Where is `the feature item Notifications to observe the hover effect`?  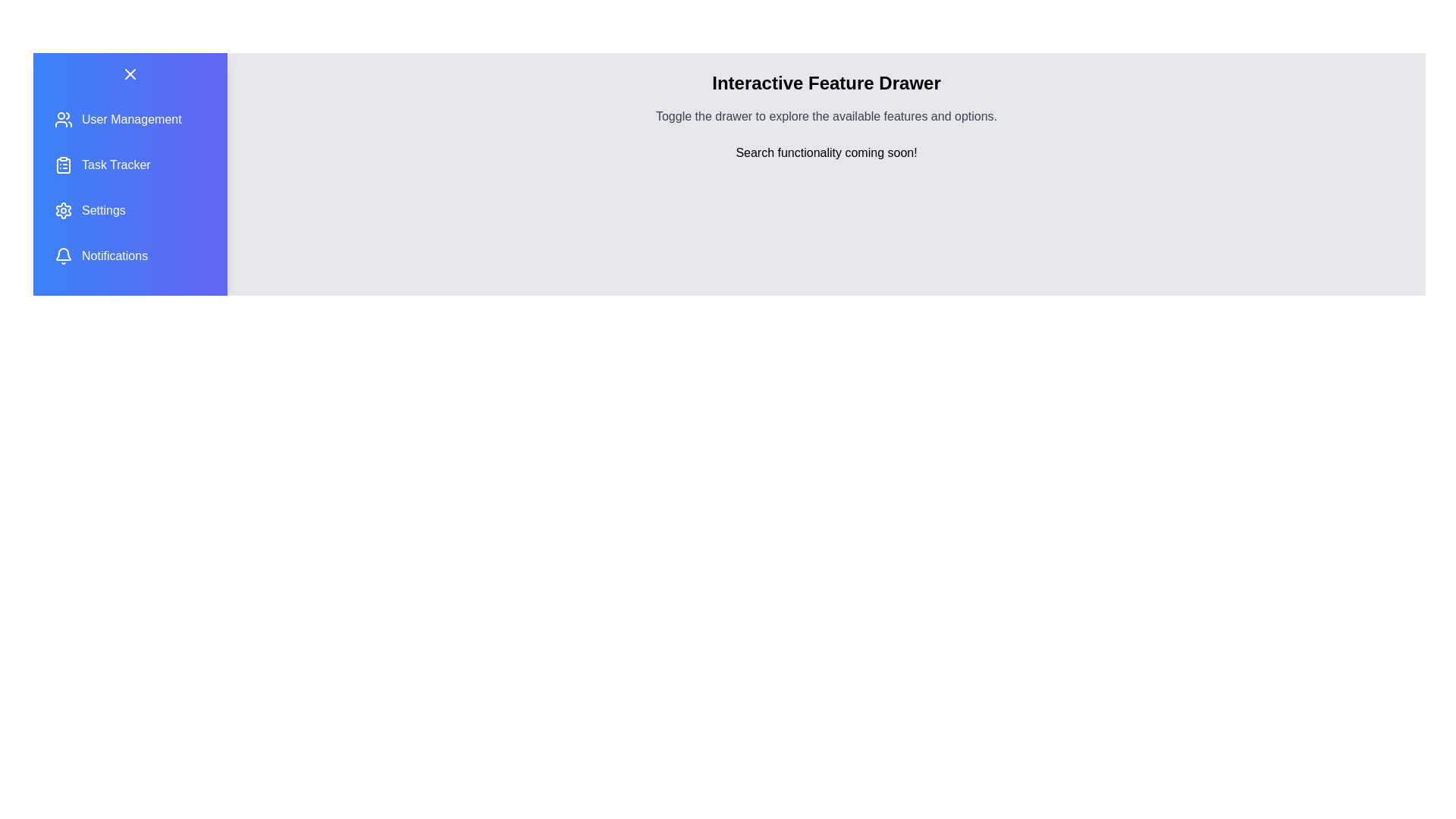
the feature item Notifications to observe the hover effect is located at coordinates (130, 256).